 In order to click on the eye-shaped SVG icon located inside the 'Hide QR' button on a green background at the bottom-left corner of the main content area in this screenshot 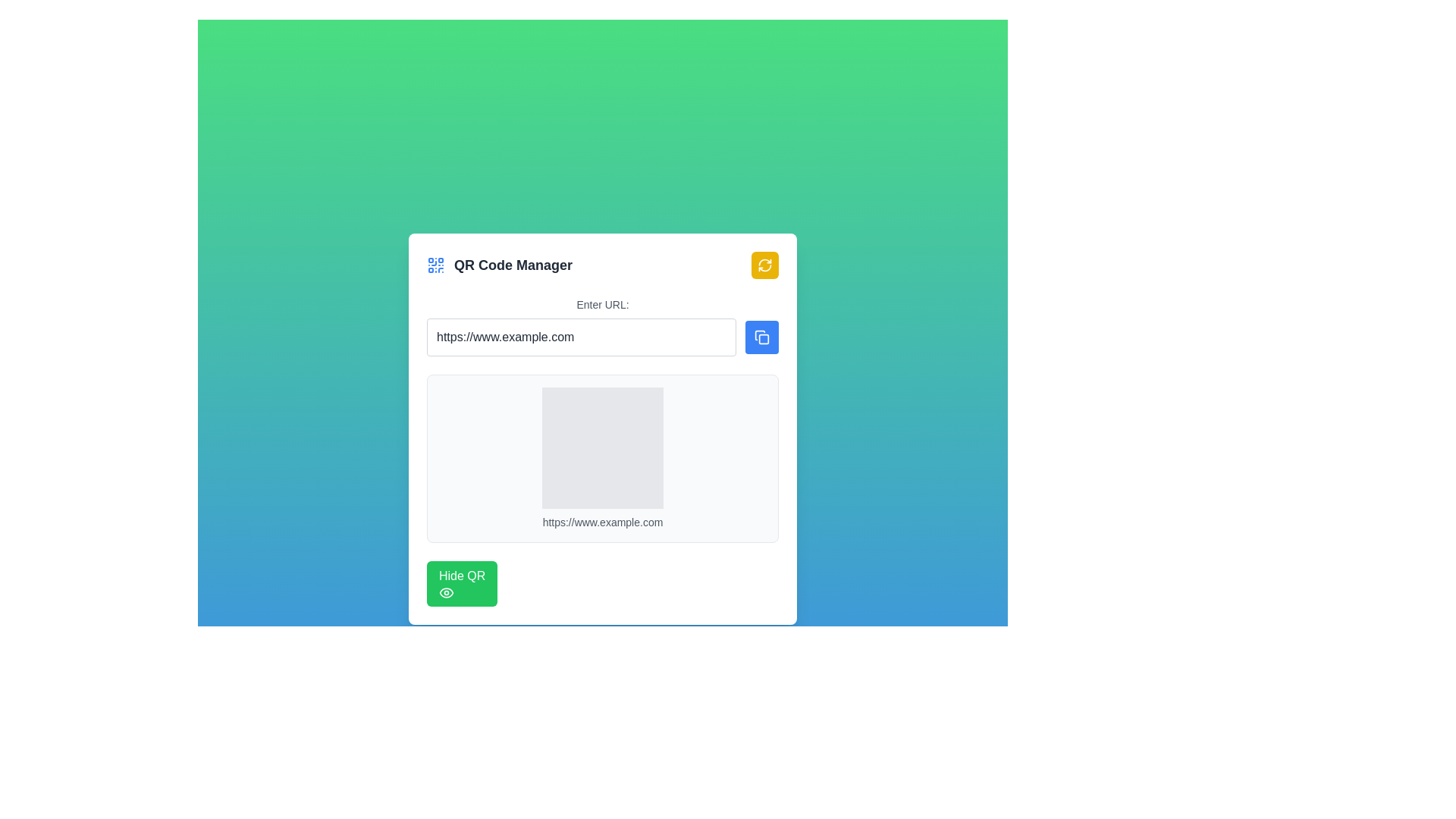, I will do `click(446, 592)`.